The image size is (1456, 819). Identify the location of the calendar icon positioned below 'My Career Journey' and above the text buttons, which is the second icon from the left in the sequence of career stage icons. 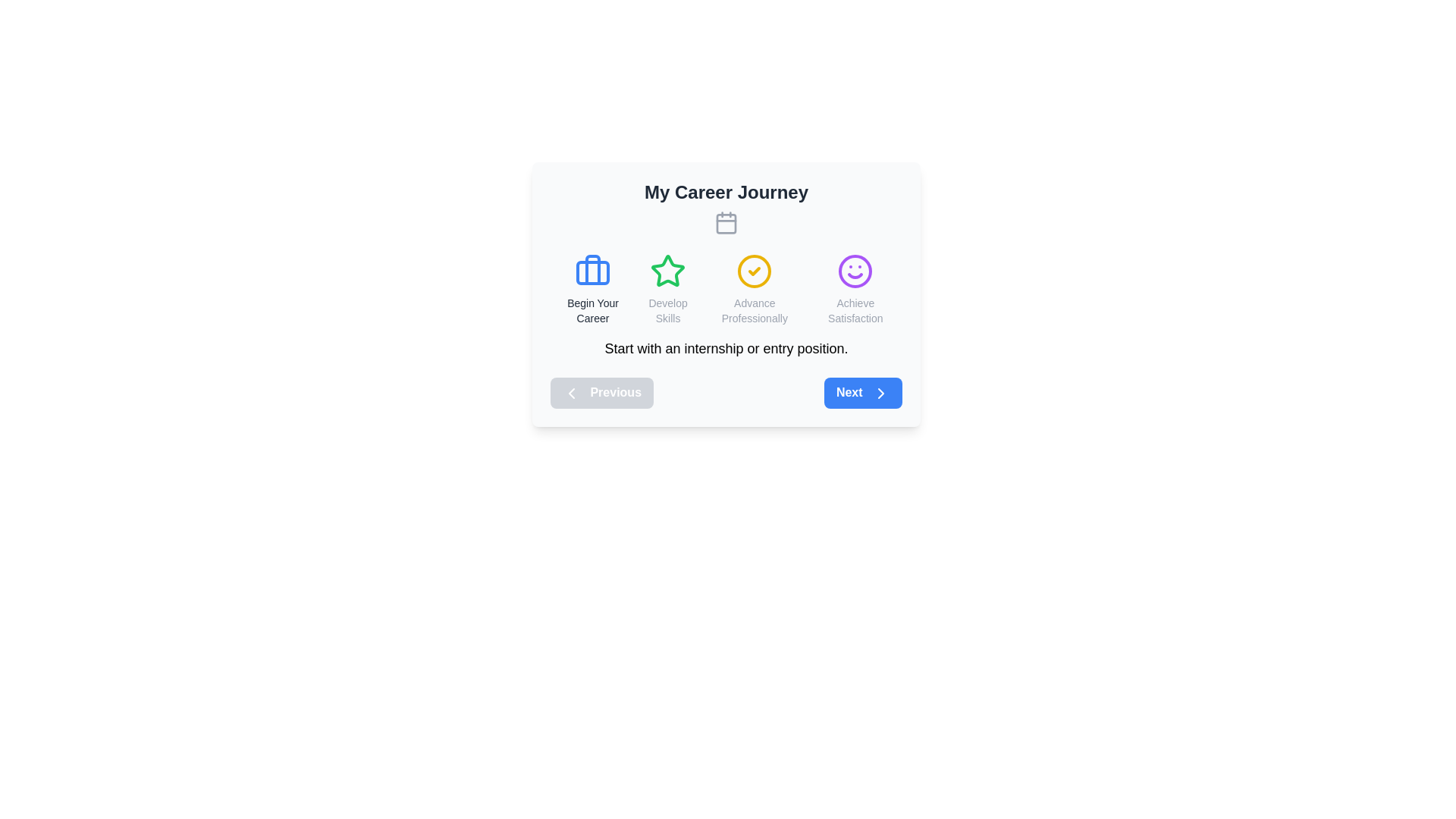
(726, 222).